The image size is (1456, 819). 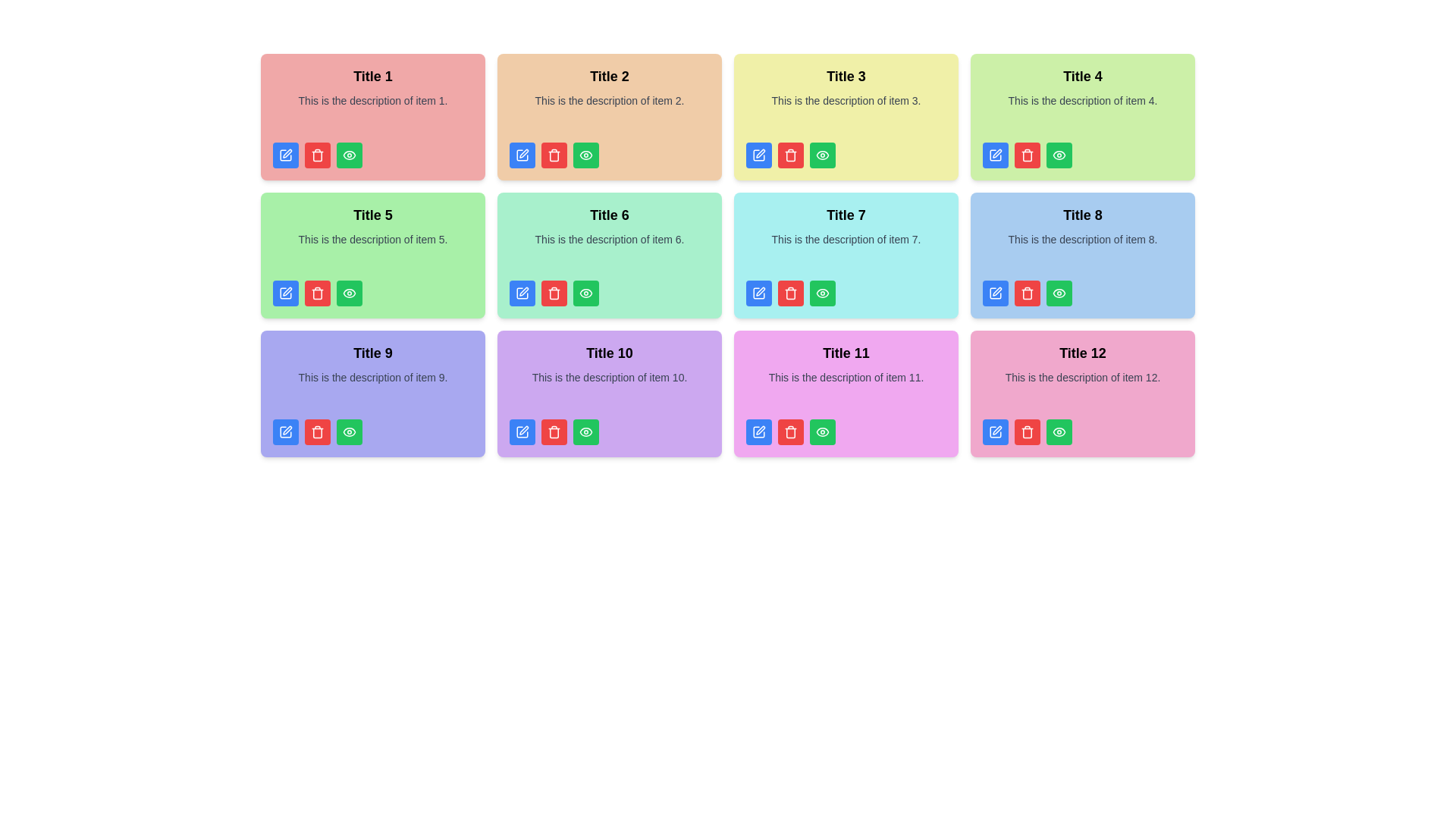 What do you see at coordinates (585, 431) in the screenshot?
I see `the outer elliptical shape of the visibility toggle icon in the 'Title 10' widget` at bounding box center [585, 431].